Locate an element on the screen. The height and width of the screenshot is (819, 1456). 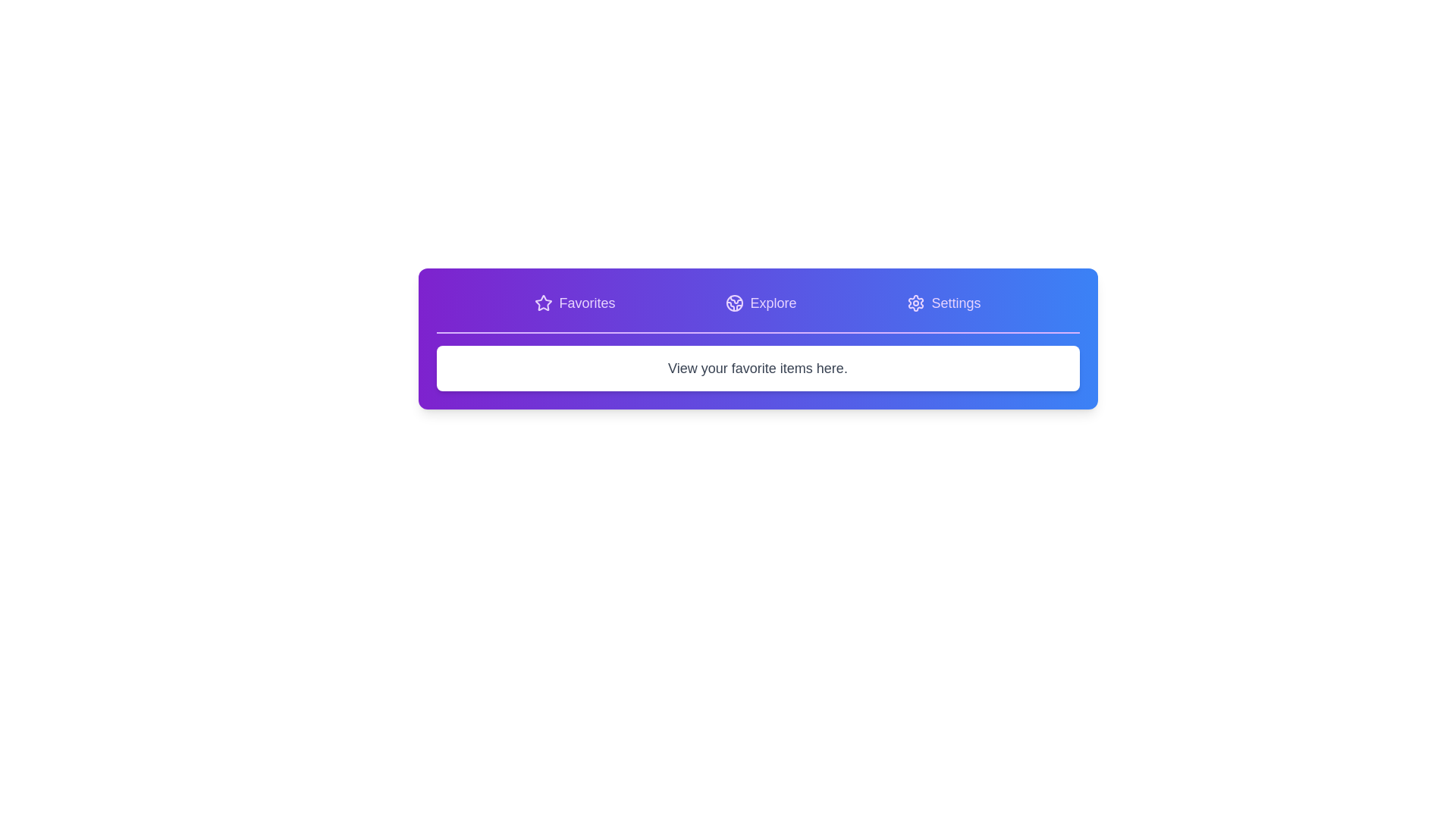
the tab button labeled Explore is located at coordinates (761, 303).